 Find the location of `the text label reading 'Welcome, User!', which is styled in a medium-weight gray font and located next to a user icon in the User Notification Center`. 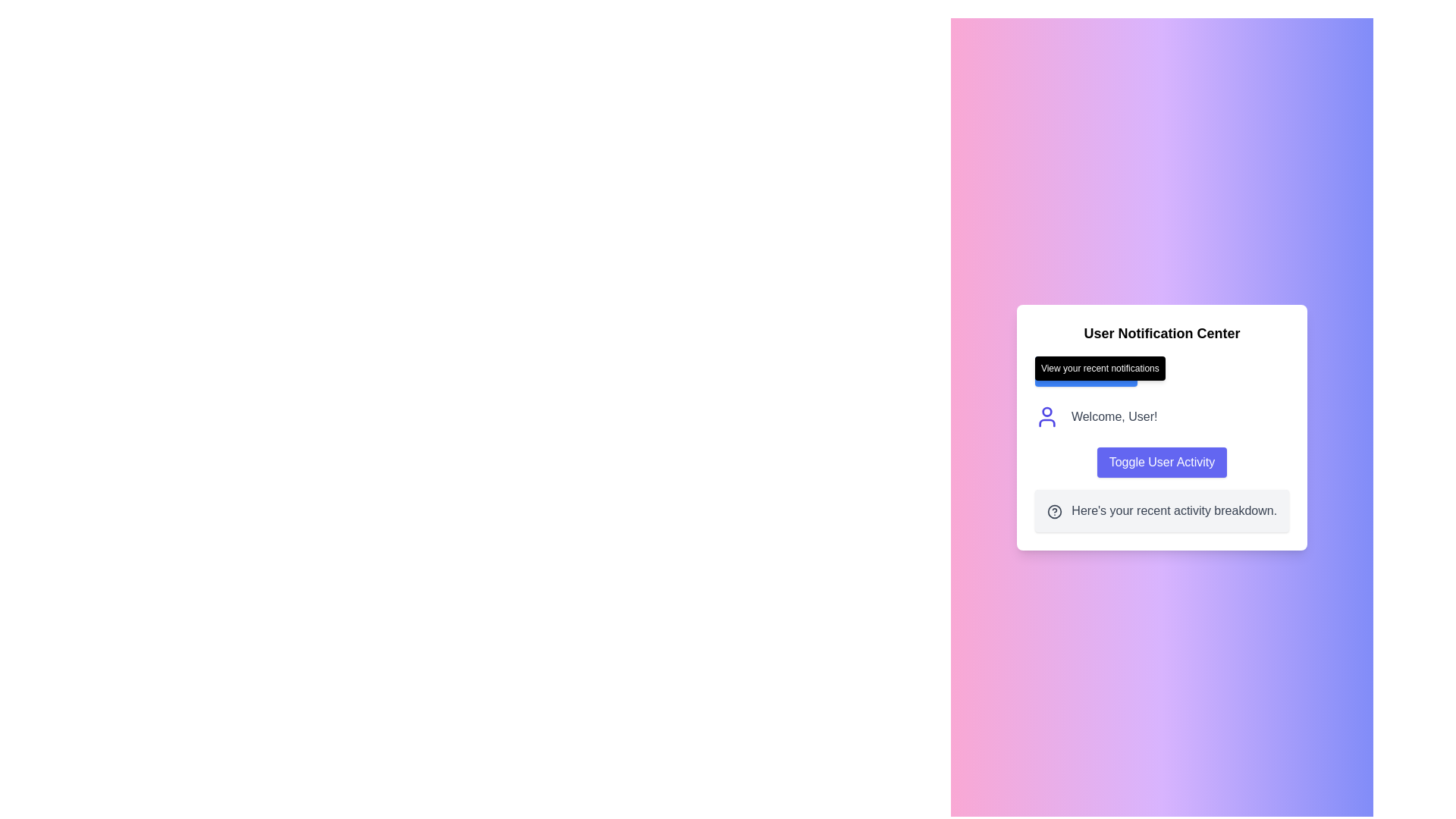

the text label reading 'Welcome, User!', which is styled in a medium-weight gray font and located next to a user icon in the User Notification Center is located at coordinates (1114, 417).